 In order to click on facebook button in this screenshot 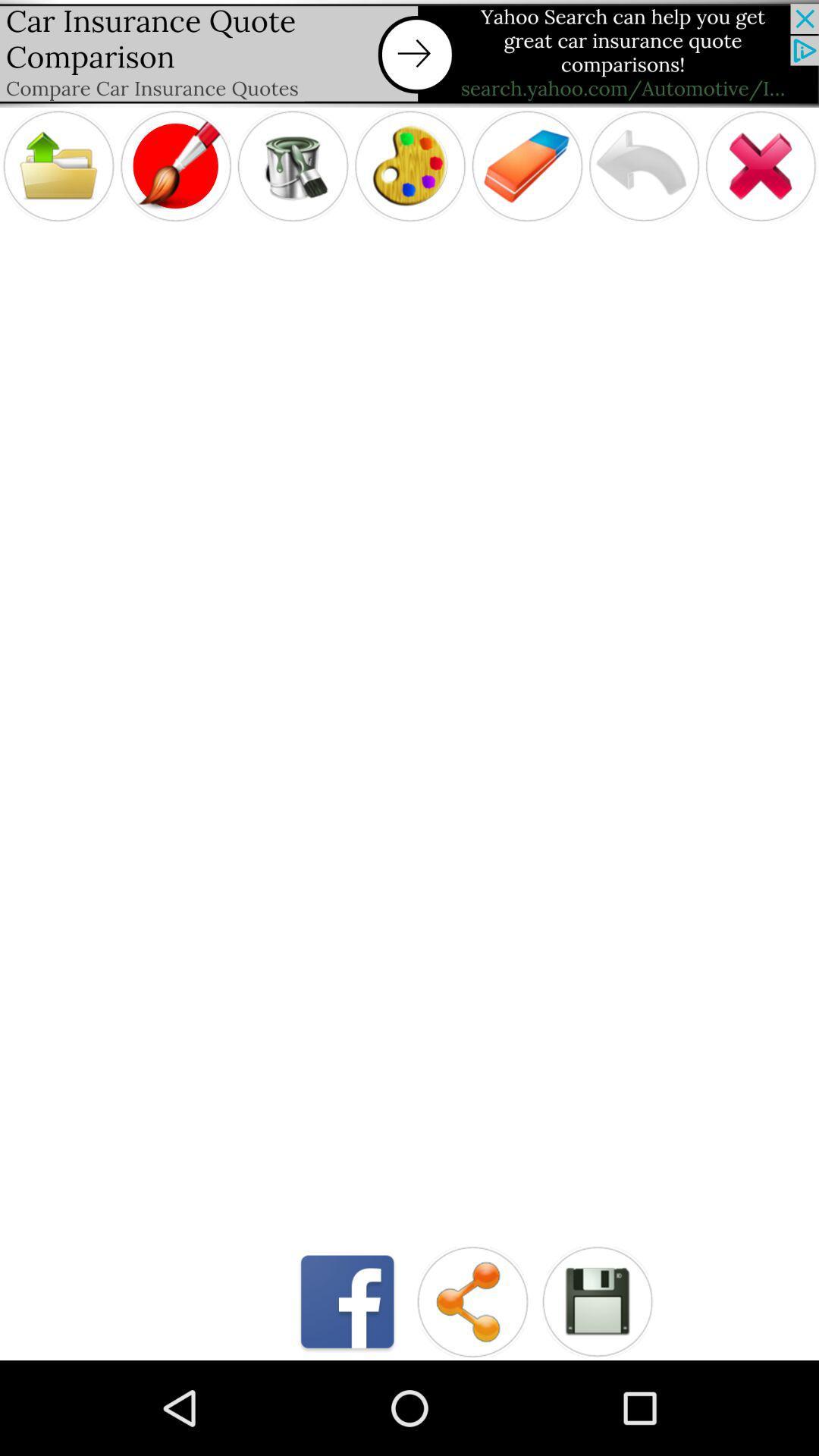, I will do `click(347, 1301)`.